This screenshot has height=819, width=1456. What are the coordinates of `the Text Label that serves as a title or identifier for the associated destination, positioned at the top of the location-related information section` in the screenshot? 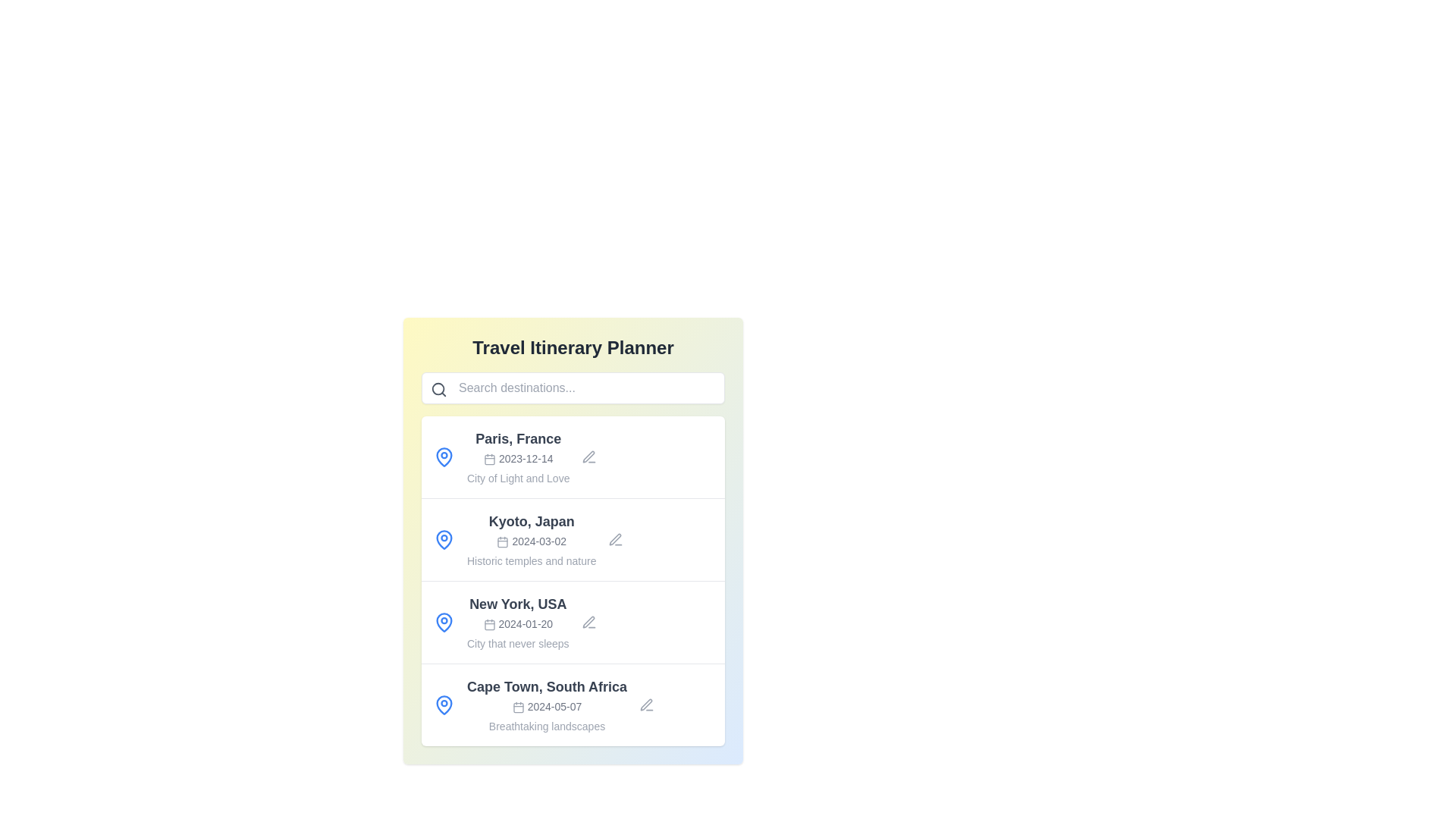 It's located at (518, 604).